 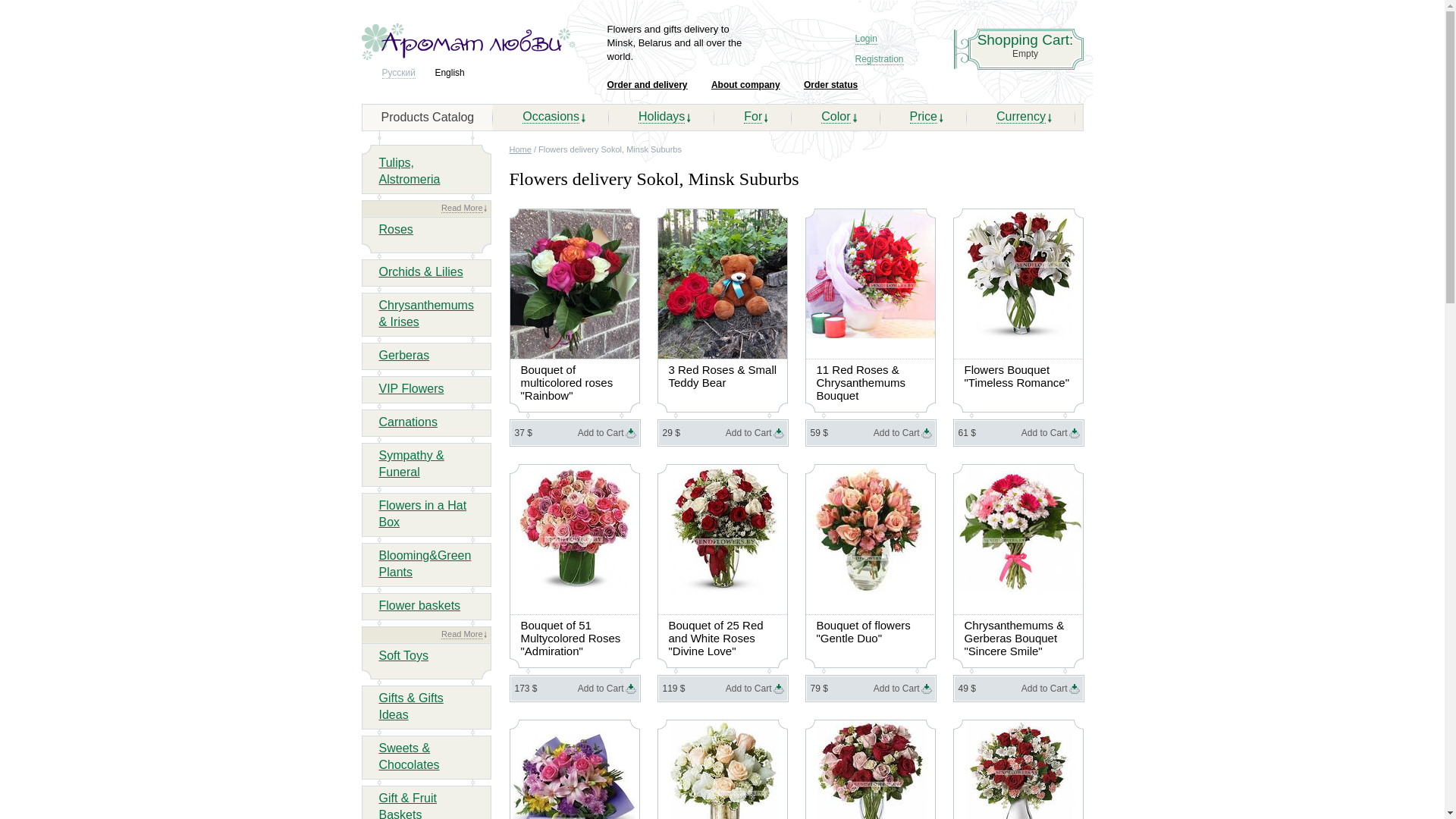 I want to click on 'Currency', so click(x=996, y=116).